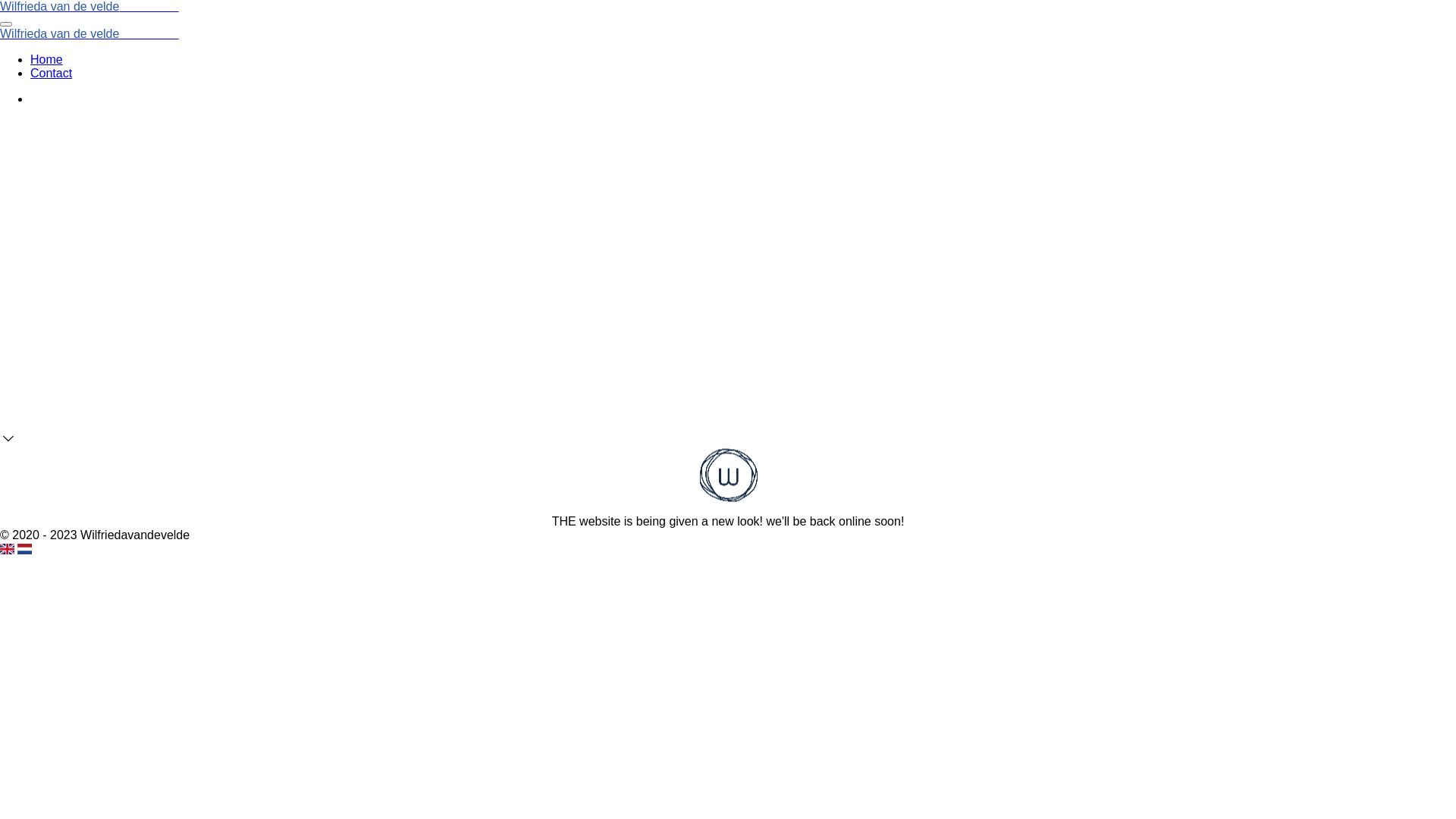  I want to click on 'Wilfrieda van de velden De Velde', so click(0, 6).